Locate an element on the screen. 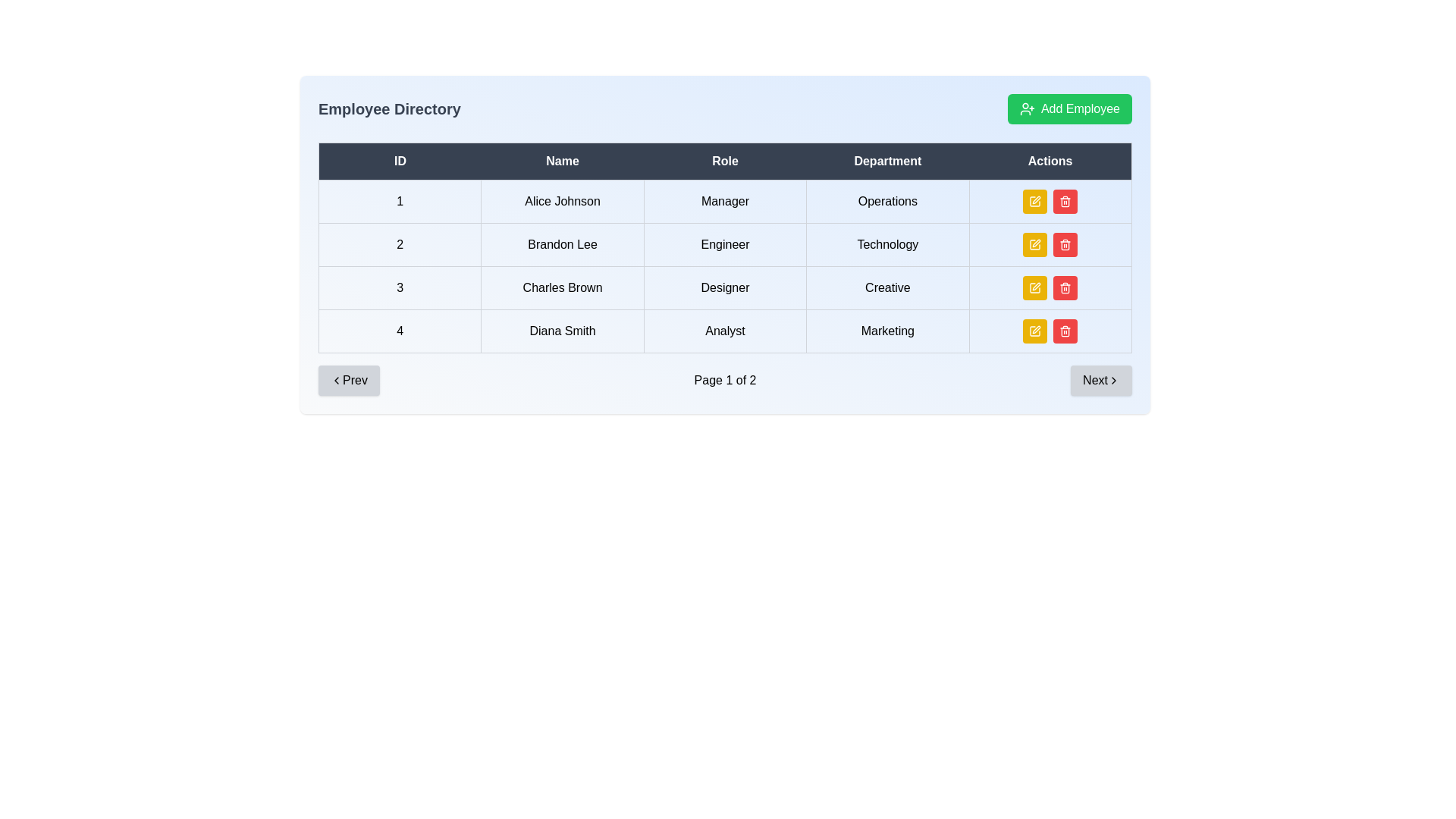  the table cell displaying 'Marketing' under the 'Department' column is located at coordinates (887, 330).